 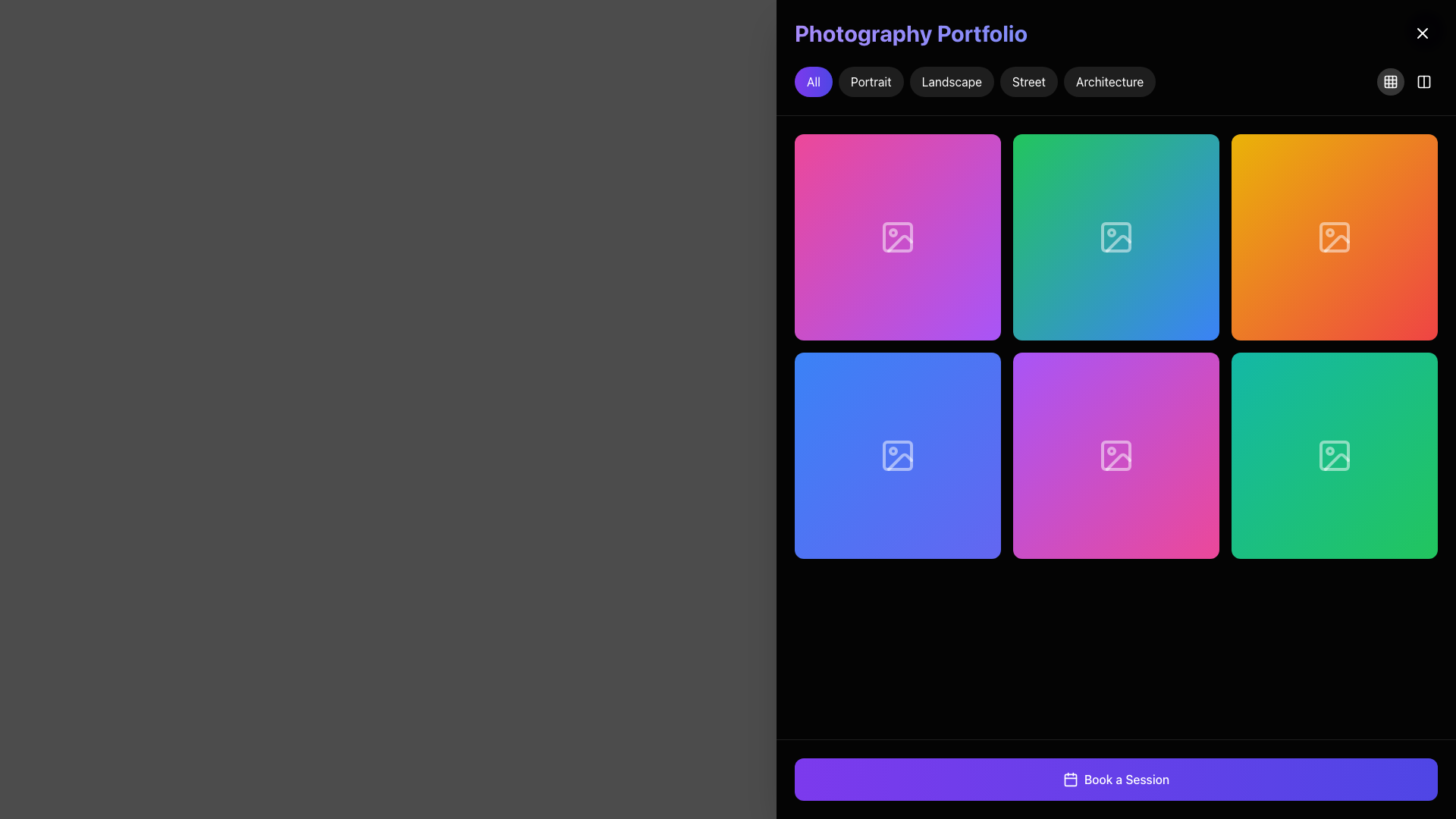 I want to click on the small, light pink square icon with rounded corners, which is embedded in the SVG graphic as an image placeholder located in the middle column of the bottom row, so click(x=1116, y=455).